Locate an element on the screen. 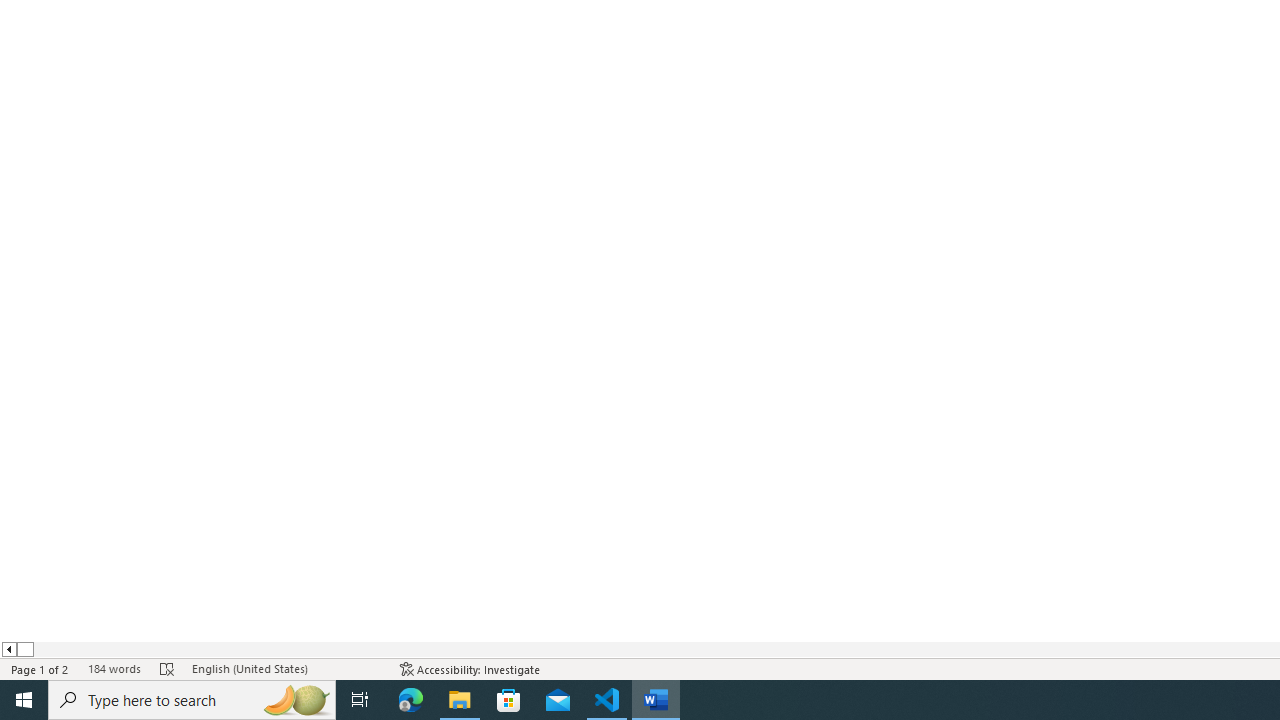 Image resolution: width=1280 pixels, height=720 pixels. 'File Explorer - 1 running window' is located at coordinates (459, 698).